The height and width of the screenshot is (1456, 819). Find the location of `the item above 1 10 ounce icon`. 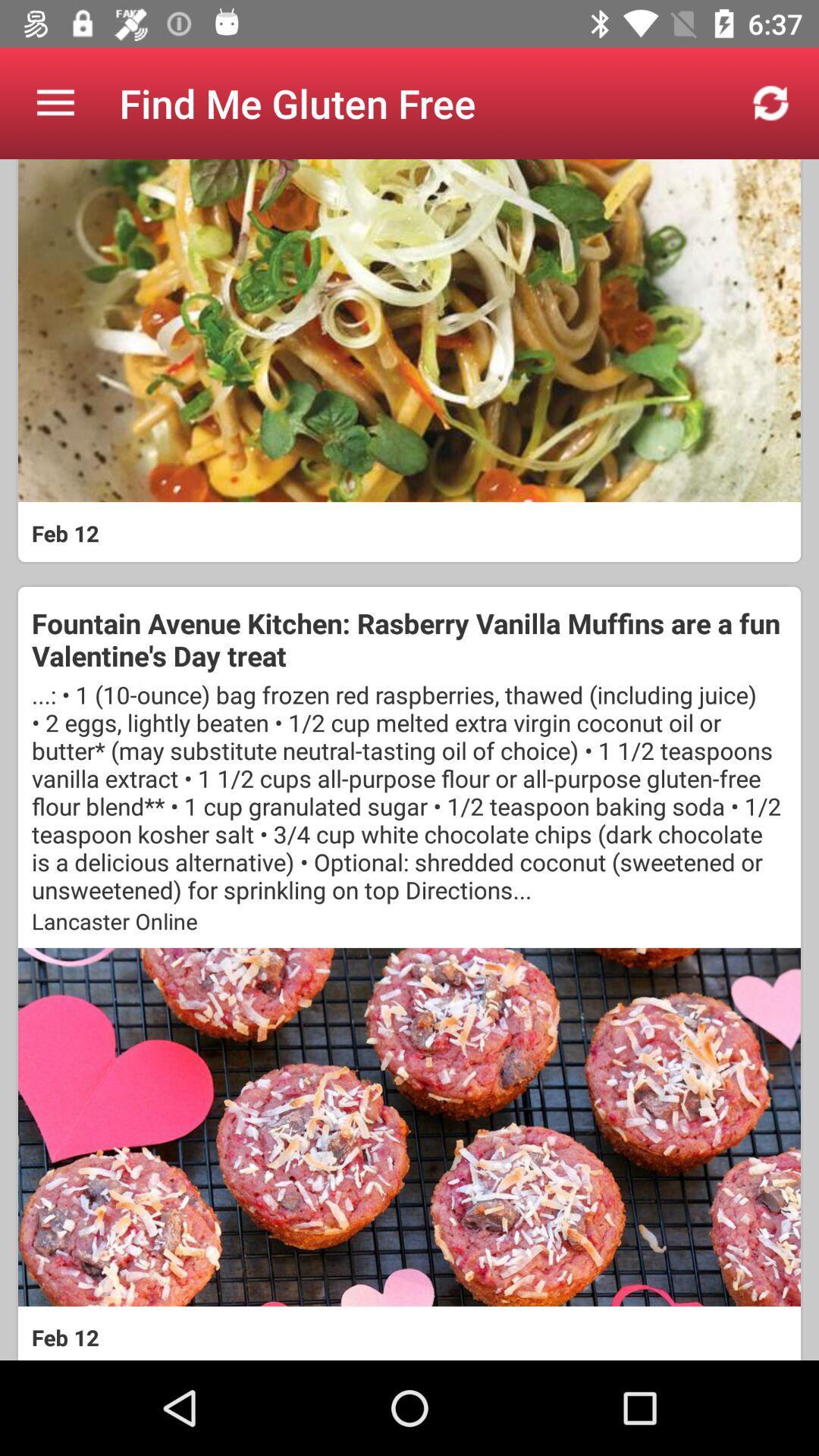

the item above 1 10 ounce icon is located at coordinates (409, 639).